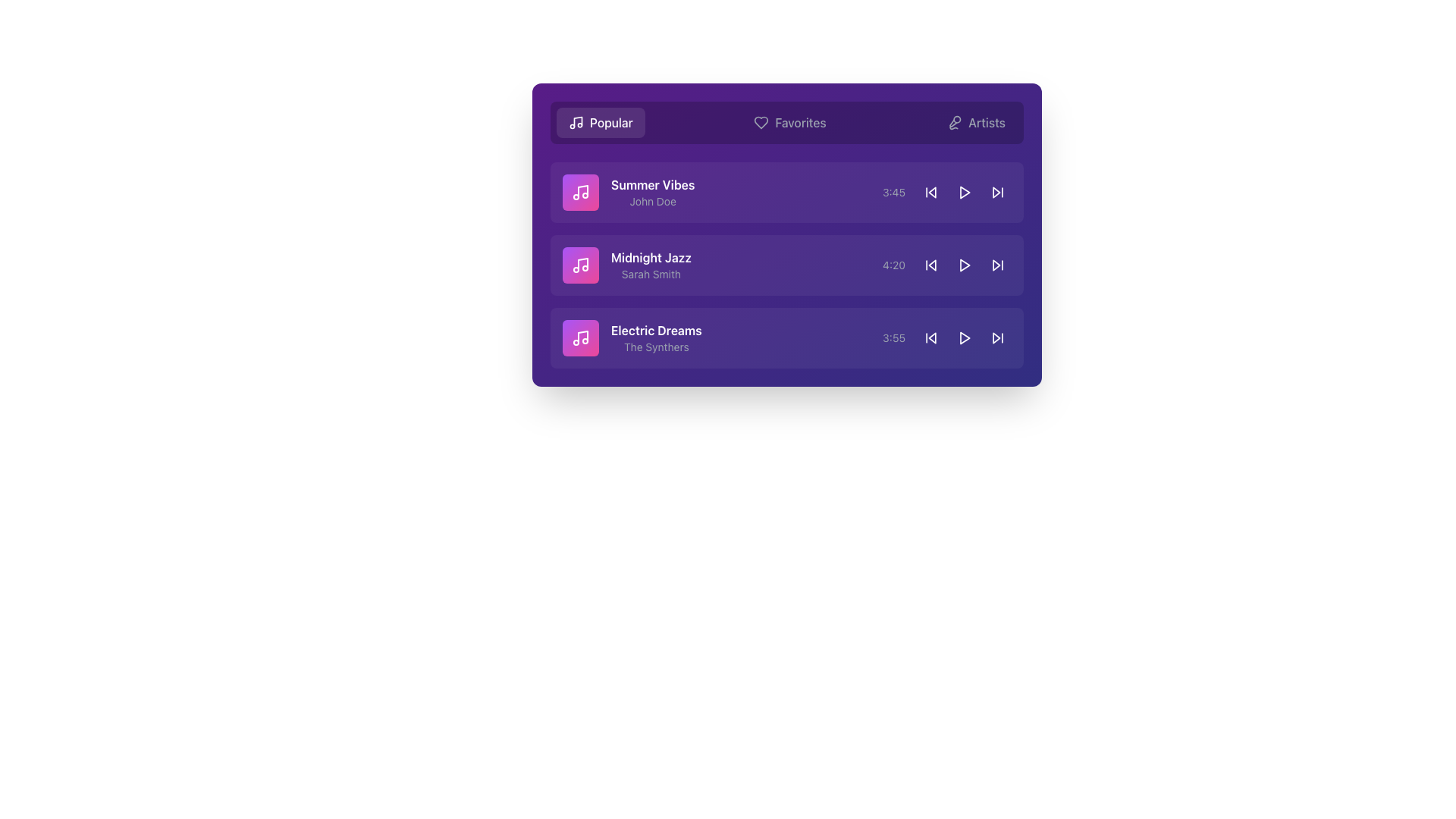 This screenshot has width=1456, height=819. Describe the element at coordinates (580, 192) in the screenshot. I see `the music-related icon, which is the first in the list of song entries on the leftmost section of the interface` at that location.